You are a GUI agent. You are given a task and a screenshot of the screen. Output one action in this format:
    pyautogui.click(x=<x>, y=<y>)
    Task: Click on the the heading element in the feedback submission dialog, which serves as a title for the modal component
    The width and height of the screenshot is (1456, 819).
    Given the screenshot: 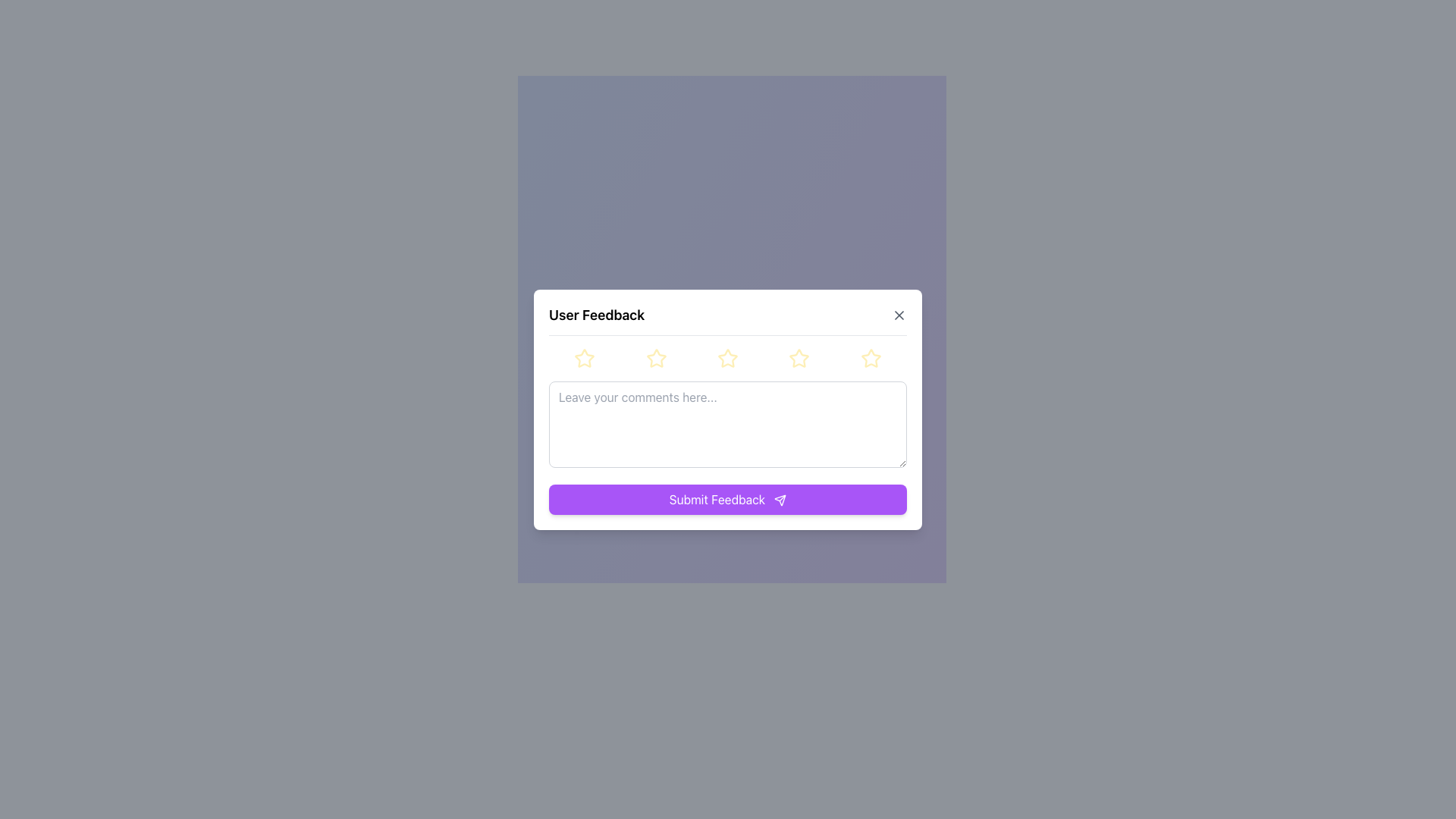 What is the action you would take?
    pyautogui.click(x=596, y=314)
    